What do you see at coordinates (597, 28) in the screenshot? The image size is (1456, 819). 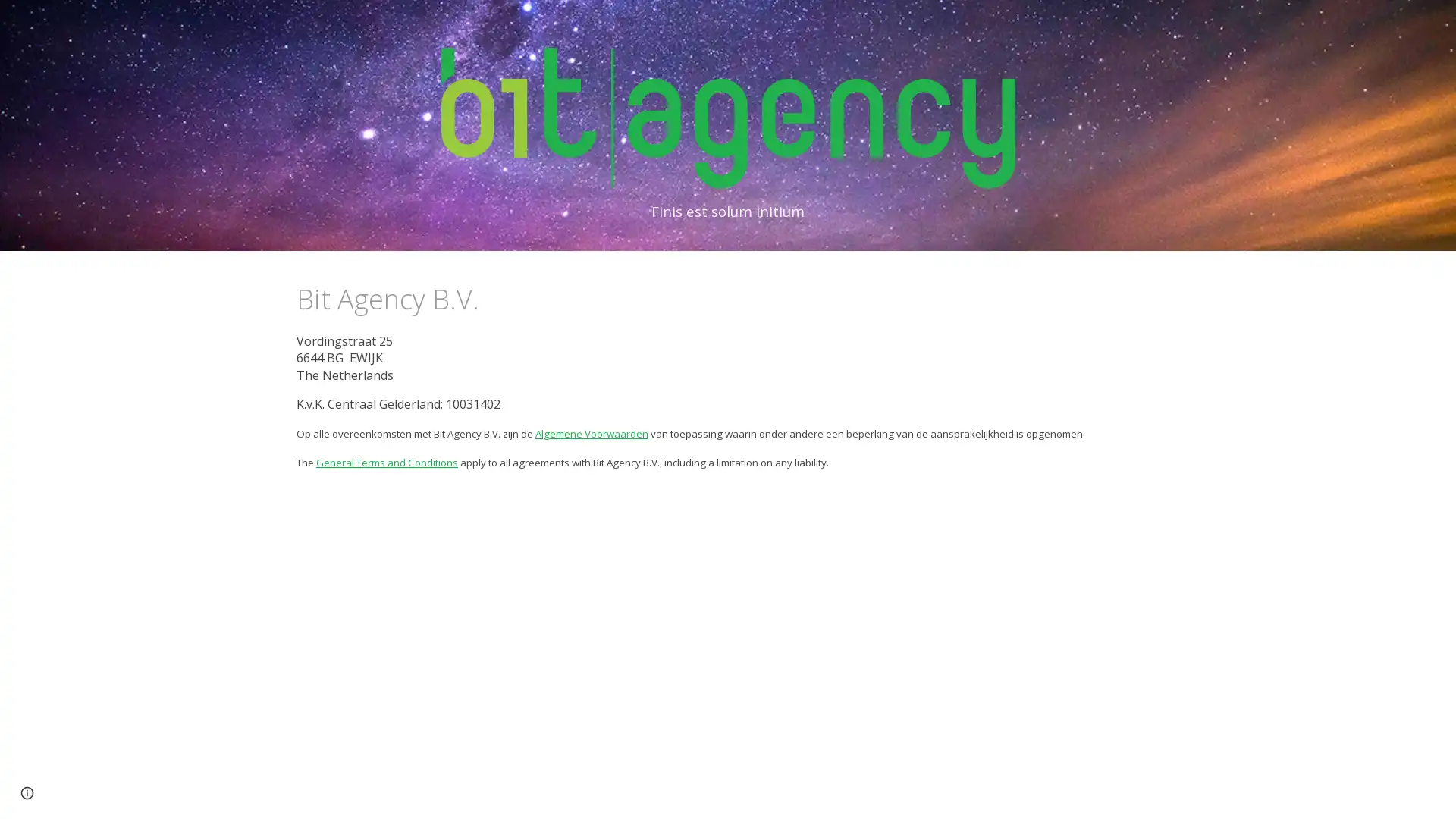 I see `Skip to main content` at bounding box center [597, 28].